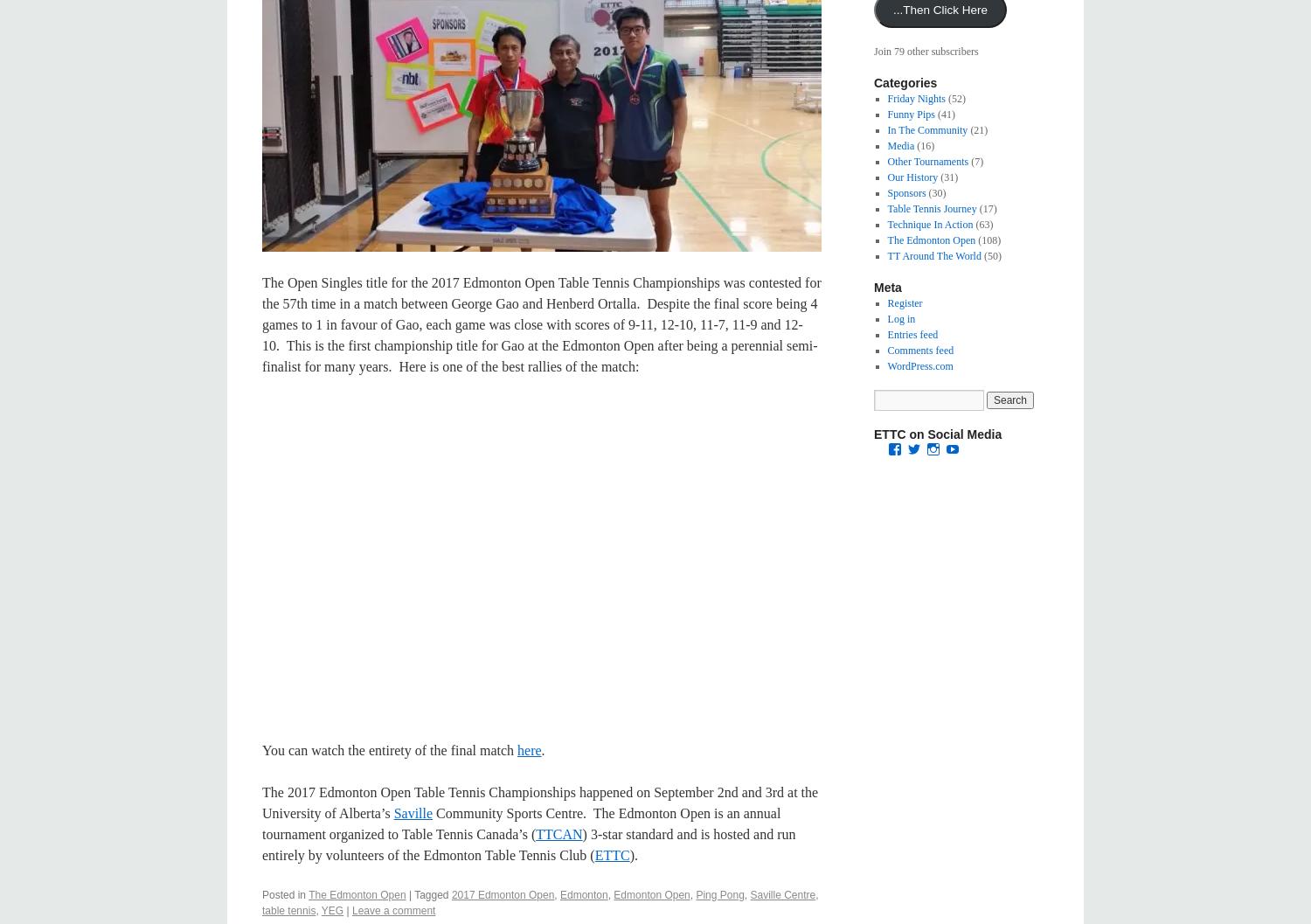 The height and width of the screenshot is (924, 1311). I want to click on '(50)', so click(980, 255).